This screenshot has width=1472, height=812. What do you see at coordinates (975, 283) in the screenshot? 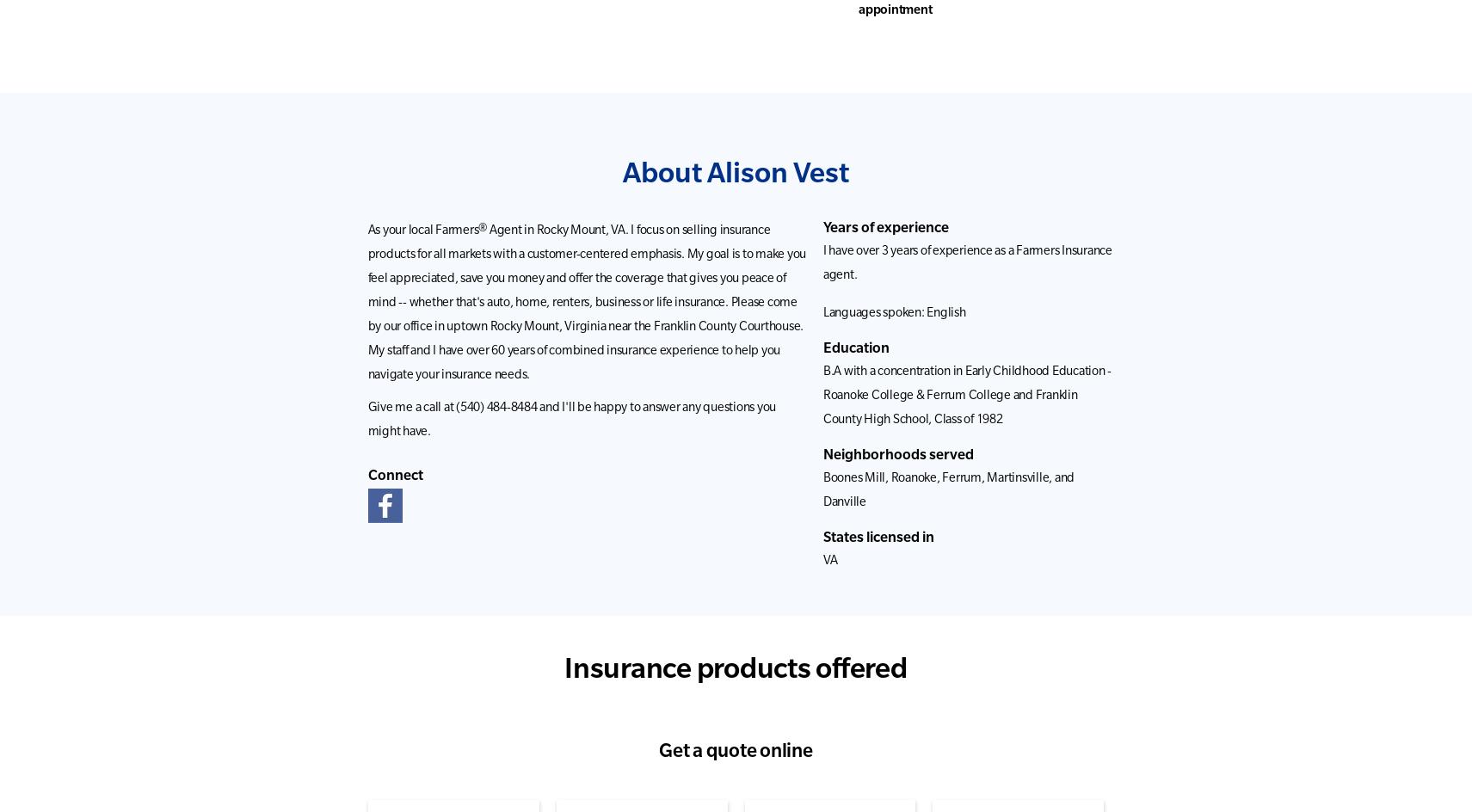
I see `'Displaying reviews 1 - 4 out of the 20 most recent'` at bounding box center [975, 283].